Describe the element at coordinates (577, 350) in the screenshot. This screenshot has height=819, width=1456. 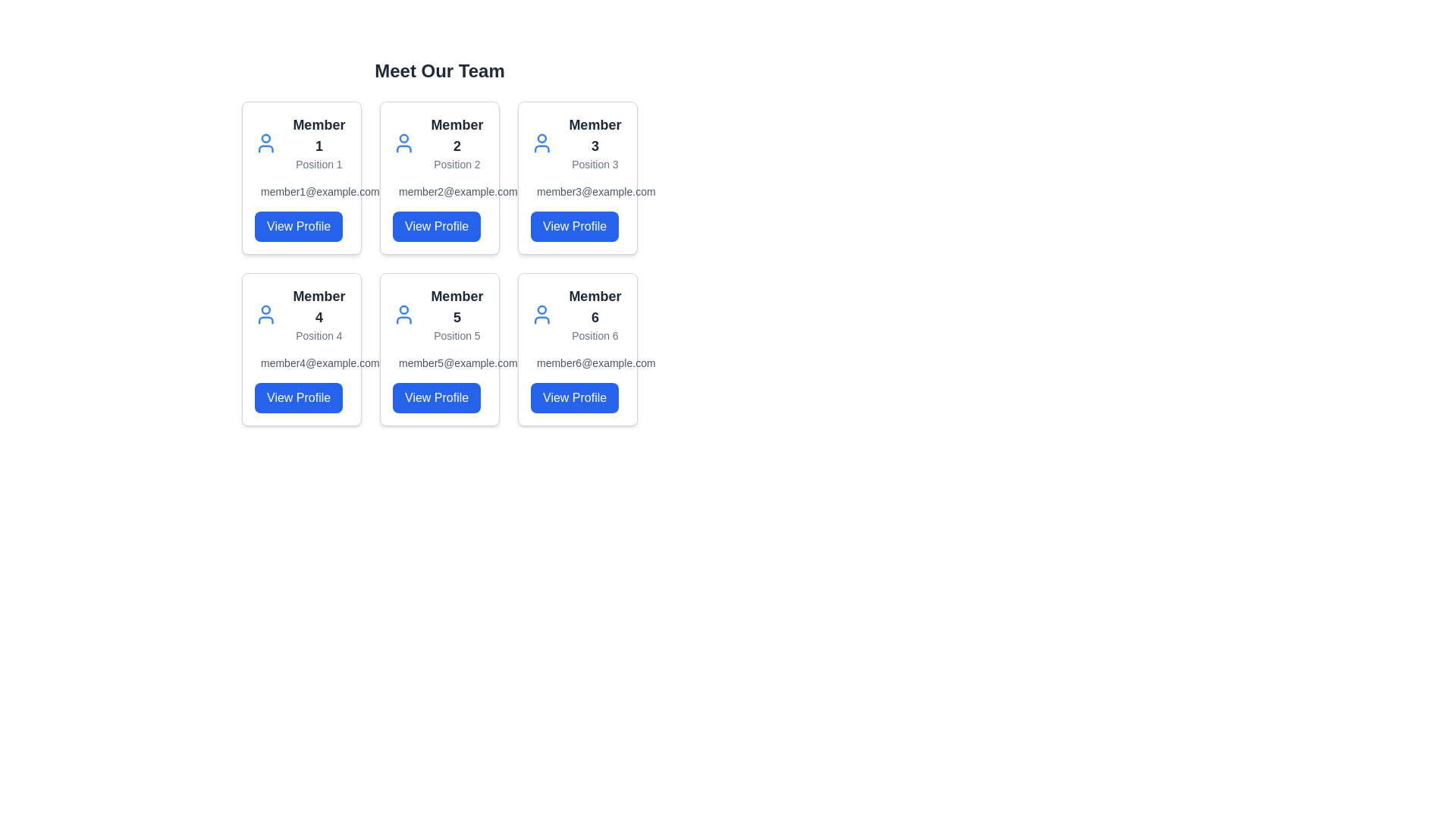
I see `the card representing 'Member 6', which includes the title, position, email address, and the 'View Profile' button, located in the bottom row, third column of the 'Meet Our Team' grid layout` at that location.